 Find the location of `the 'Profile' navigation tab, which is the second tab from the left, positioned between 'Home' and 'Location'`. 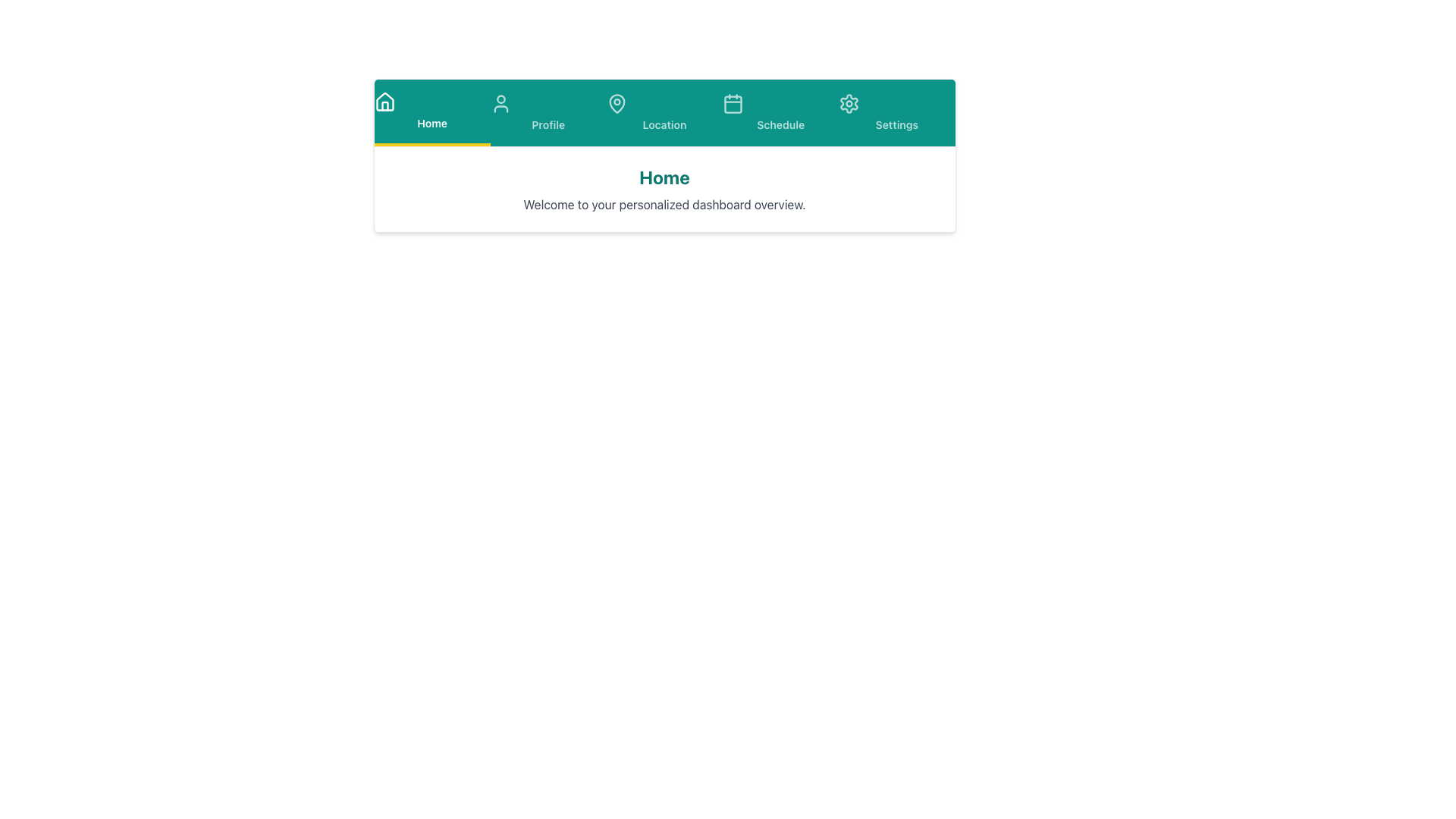

the 'Profile' navigation tab, which is the second tab from the left, positioned between 'Home' and 'Location' is located at coordinates (548, 112).